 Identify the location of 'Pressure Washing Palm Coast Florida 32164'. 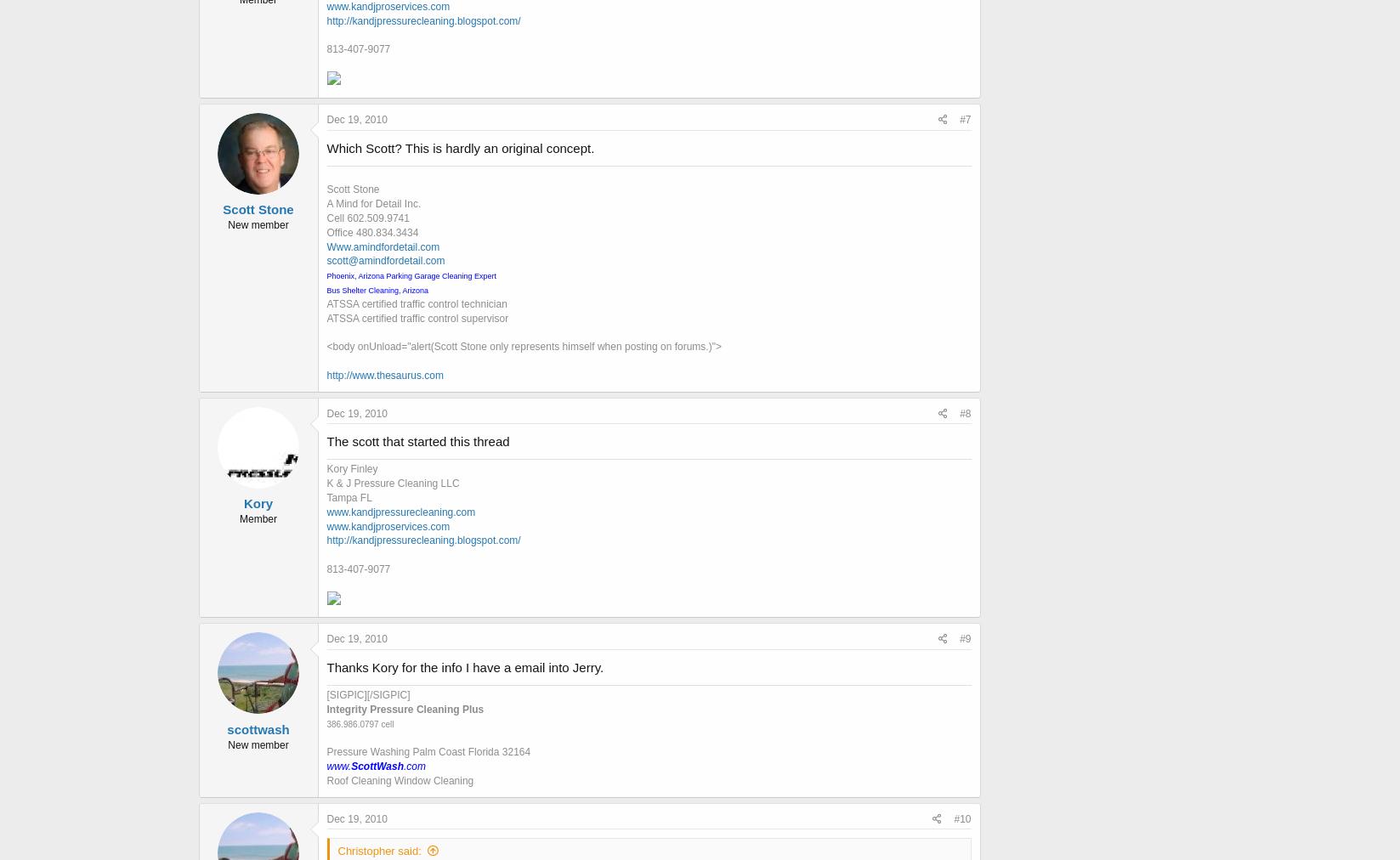
(427, 750).